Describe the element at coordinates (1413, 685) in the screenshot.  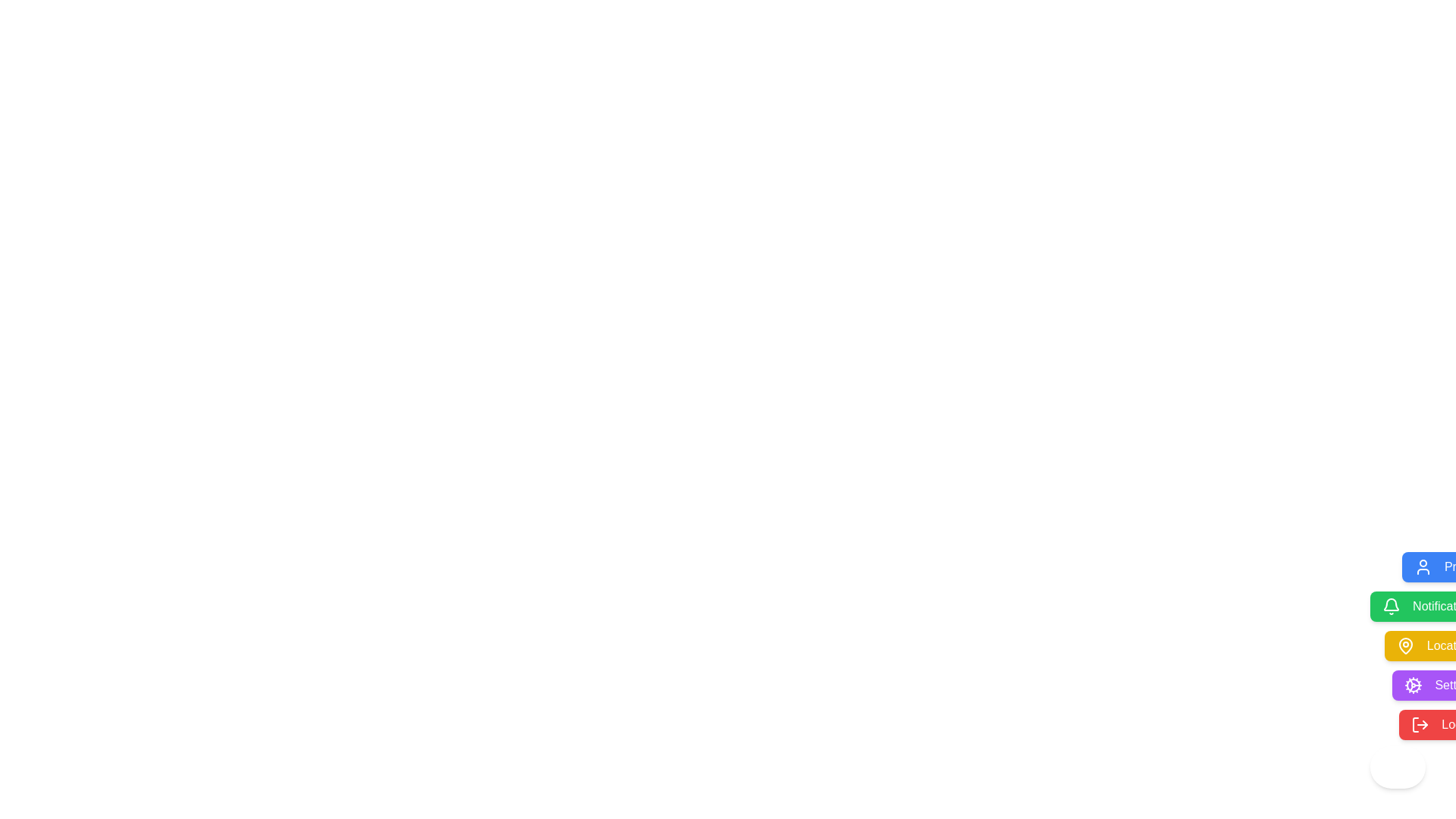
I see `the innermost circle of the cogwheel graphical element located near the bottom right corner of the interface` at that location.